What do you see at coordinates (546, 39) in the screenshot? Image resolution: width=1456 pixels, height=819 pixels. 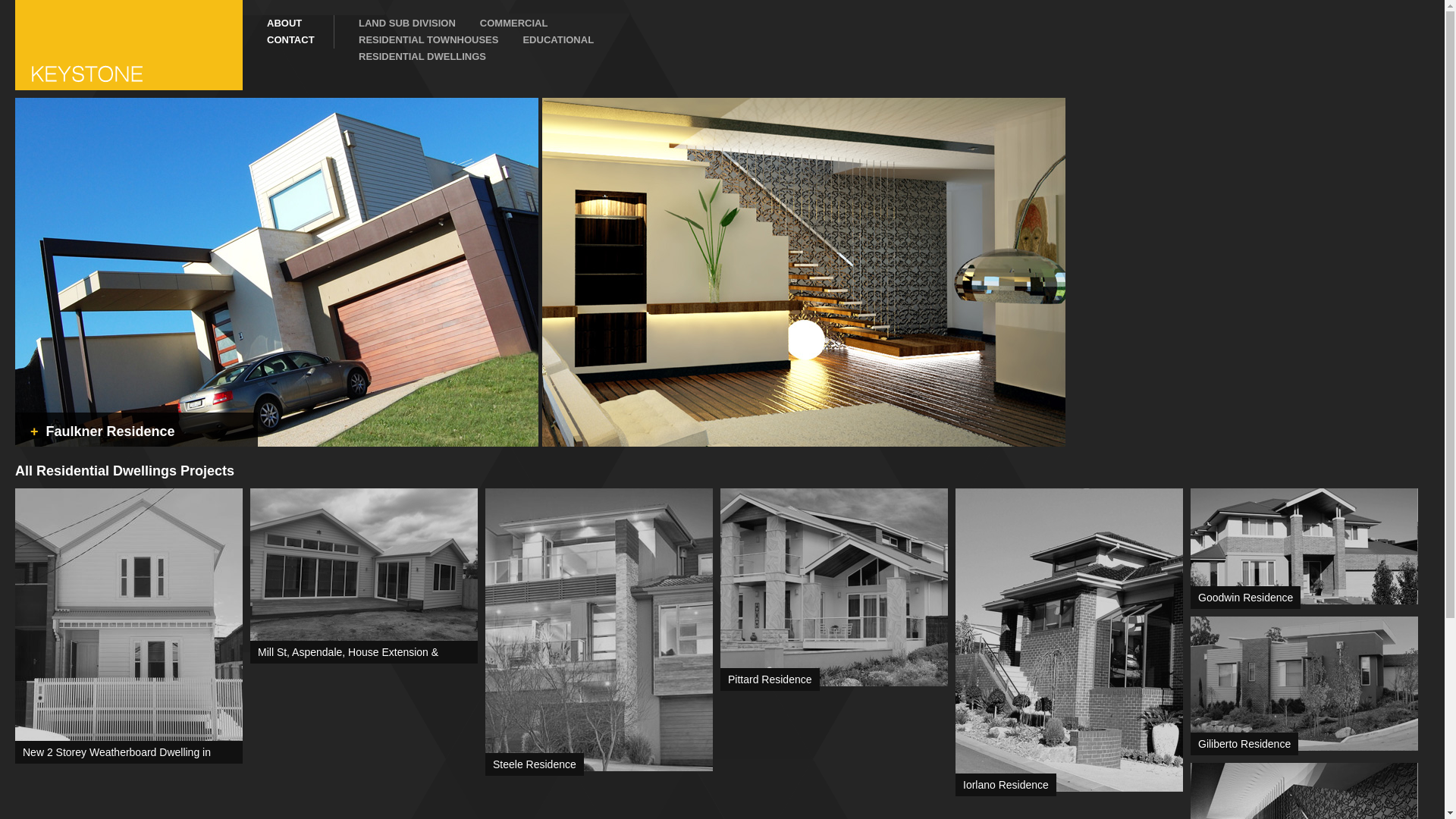 I see `'EDUCATIONAL'` at bounding box center [546, 39].